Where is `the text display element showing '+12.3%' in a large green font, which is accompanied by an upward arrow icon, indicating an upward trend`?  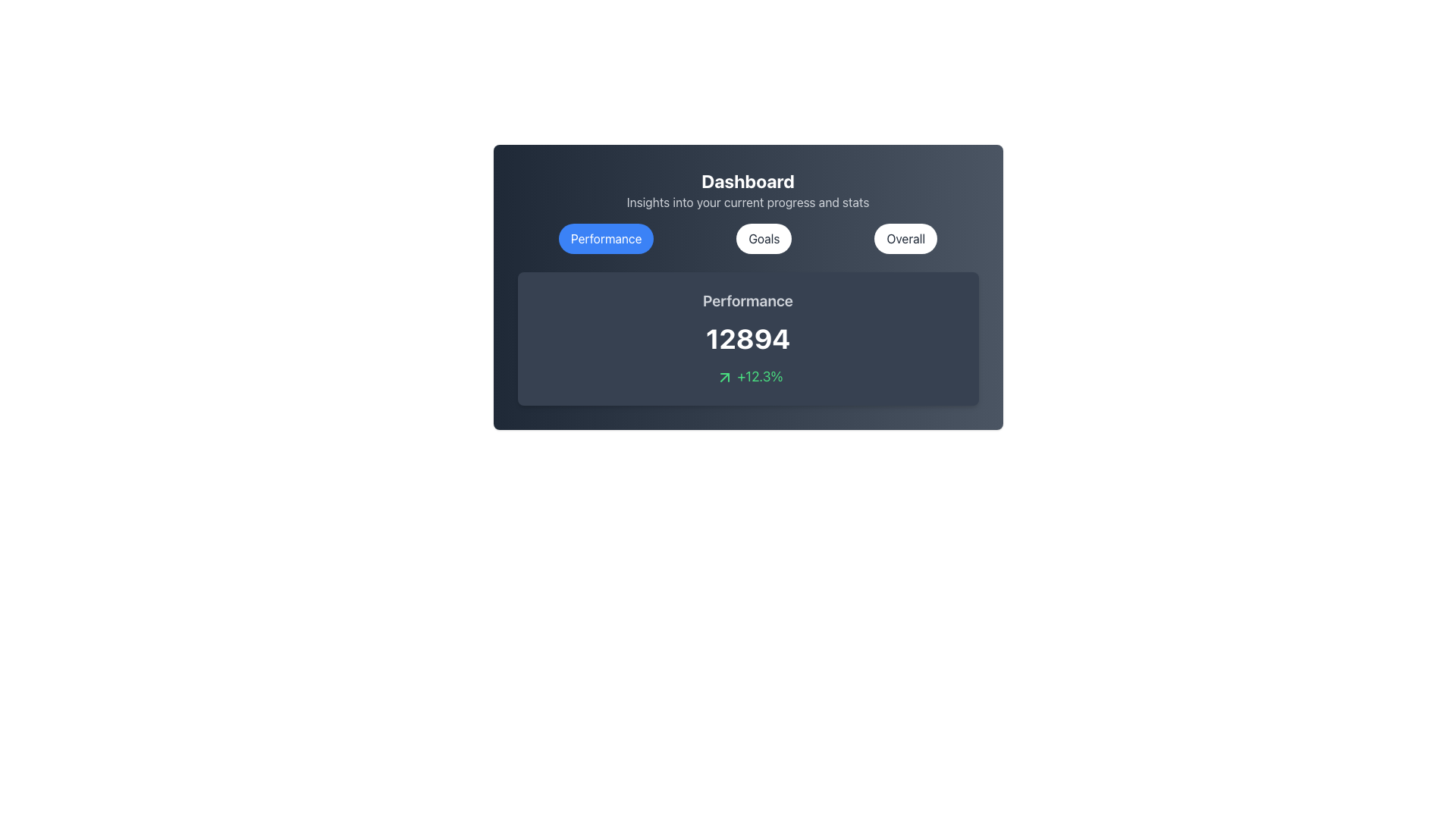
the text display element showing '+12.3%' in a large green font, which is accompanied by an upward arrow icon, indicating an upward trend is located at coordinates (748, 376).